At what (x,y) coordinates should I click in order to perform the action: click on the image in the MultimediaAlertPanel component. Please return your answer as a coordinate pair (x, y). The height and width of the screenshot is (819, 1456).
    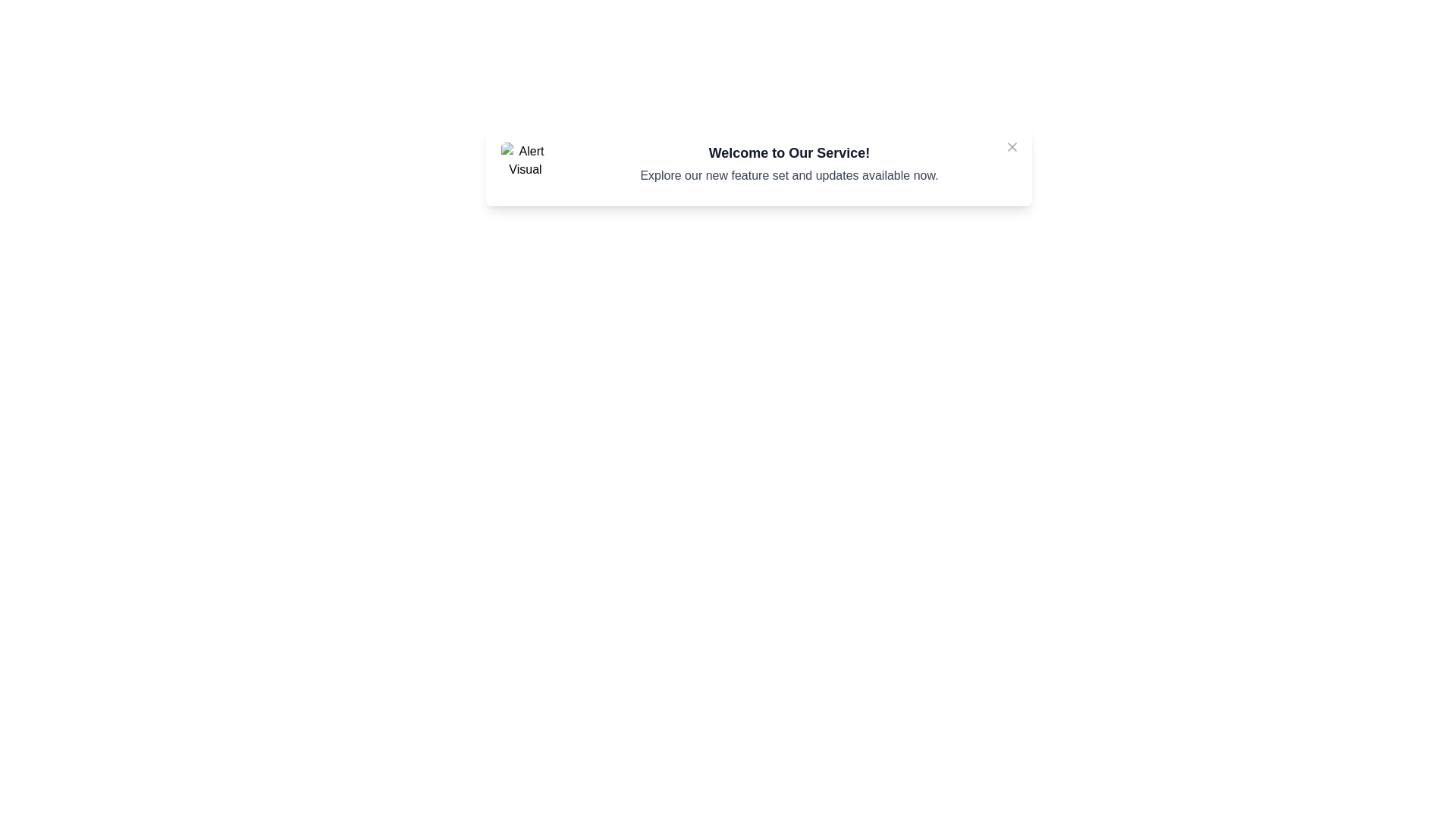
    Looking at the image, I should click on (525, 166).